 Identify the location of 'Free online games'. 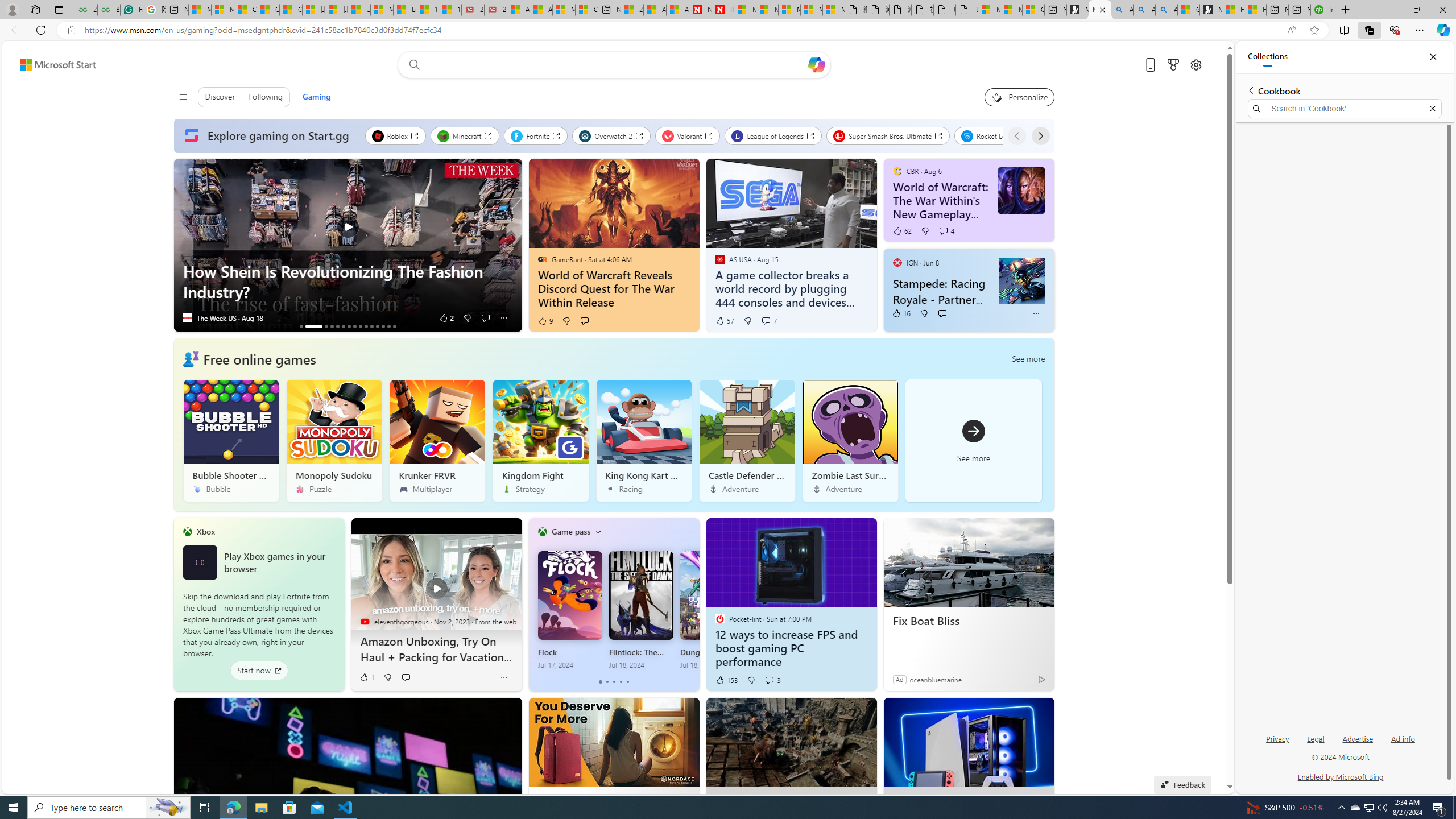
(258, 358).